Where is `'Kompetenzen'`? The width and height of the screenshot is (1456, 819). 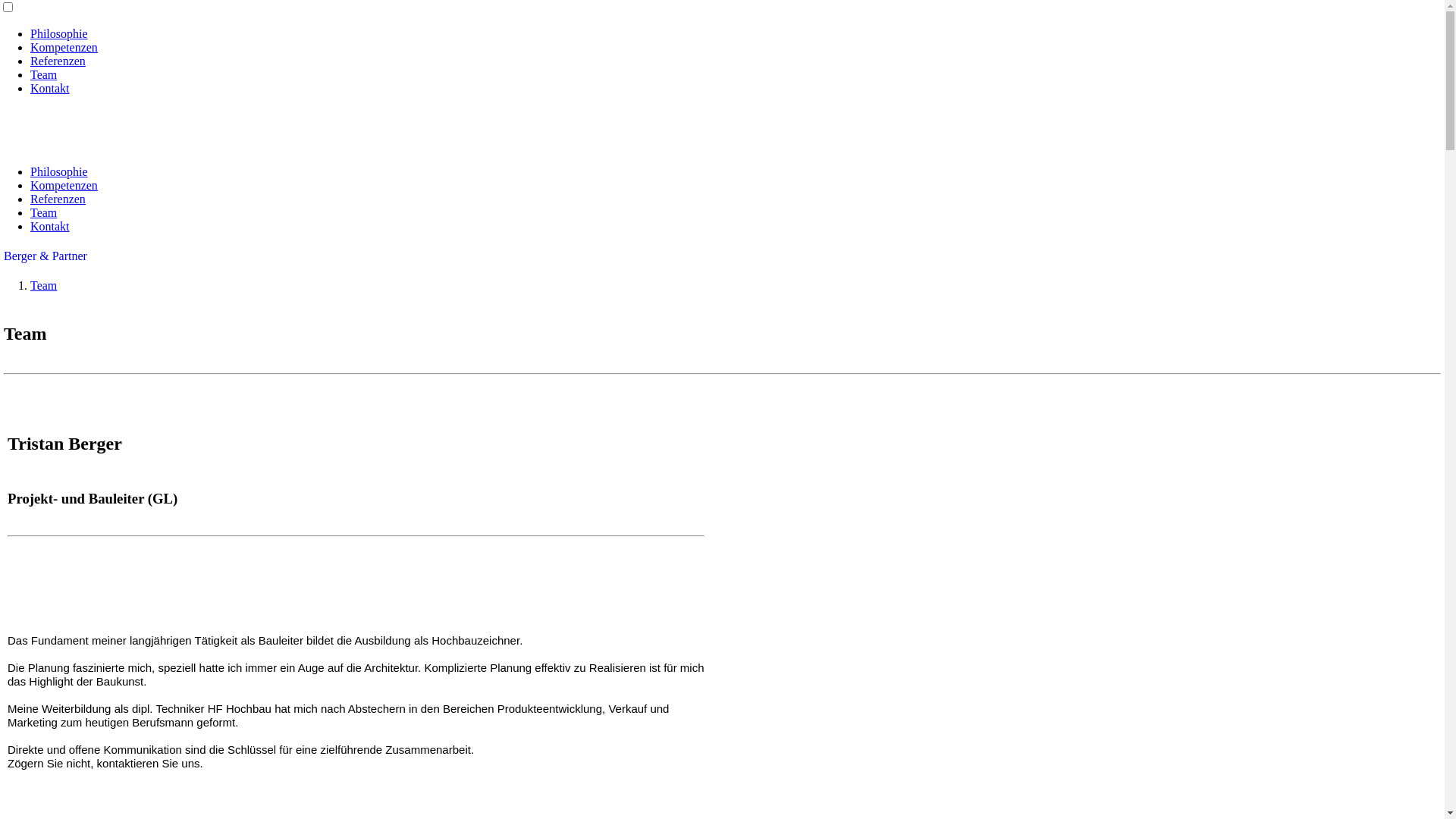 'Kompetenzen' is located at coordinates (63, 46).